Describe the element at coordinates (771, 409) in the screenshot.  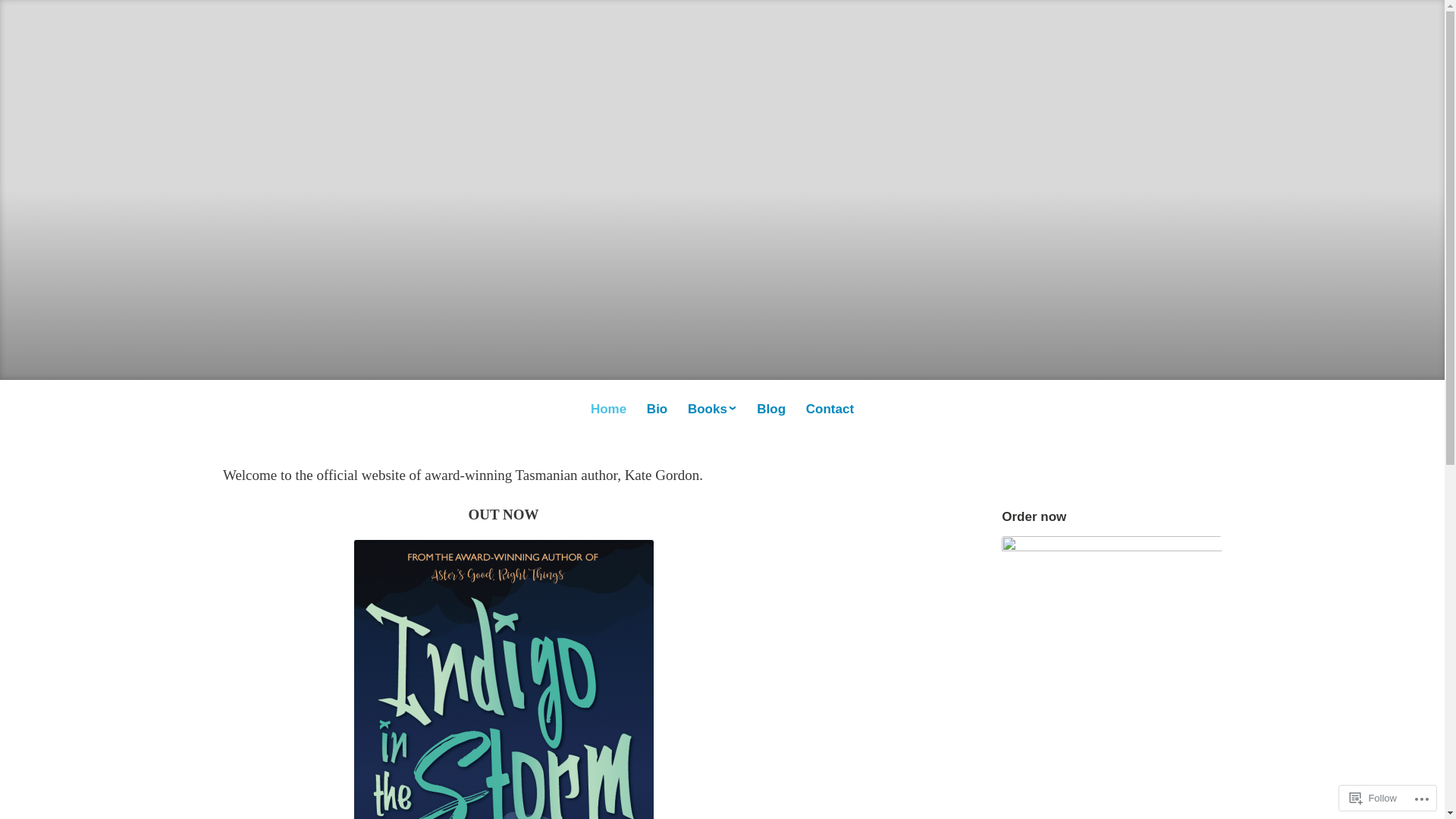
I see `'Blog'` at that location.